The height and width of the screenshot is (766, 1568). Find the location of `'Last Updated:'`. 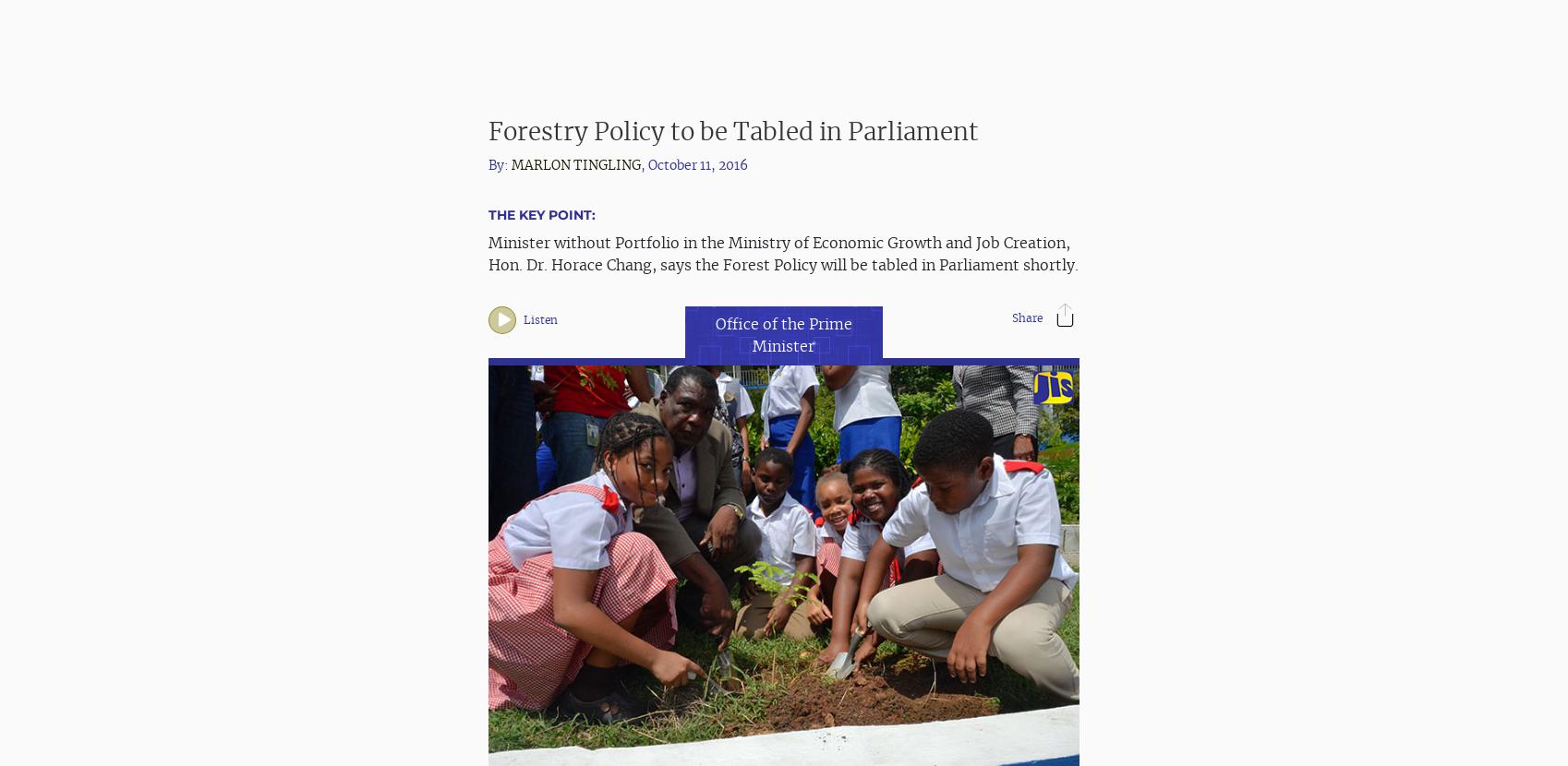

'Last Updated:' is located at coordinates (532, 604).